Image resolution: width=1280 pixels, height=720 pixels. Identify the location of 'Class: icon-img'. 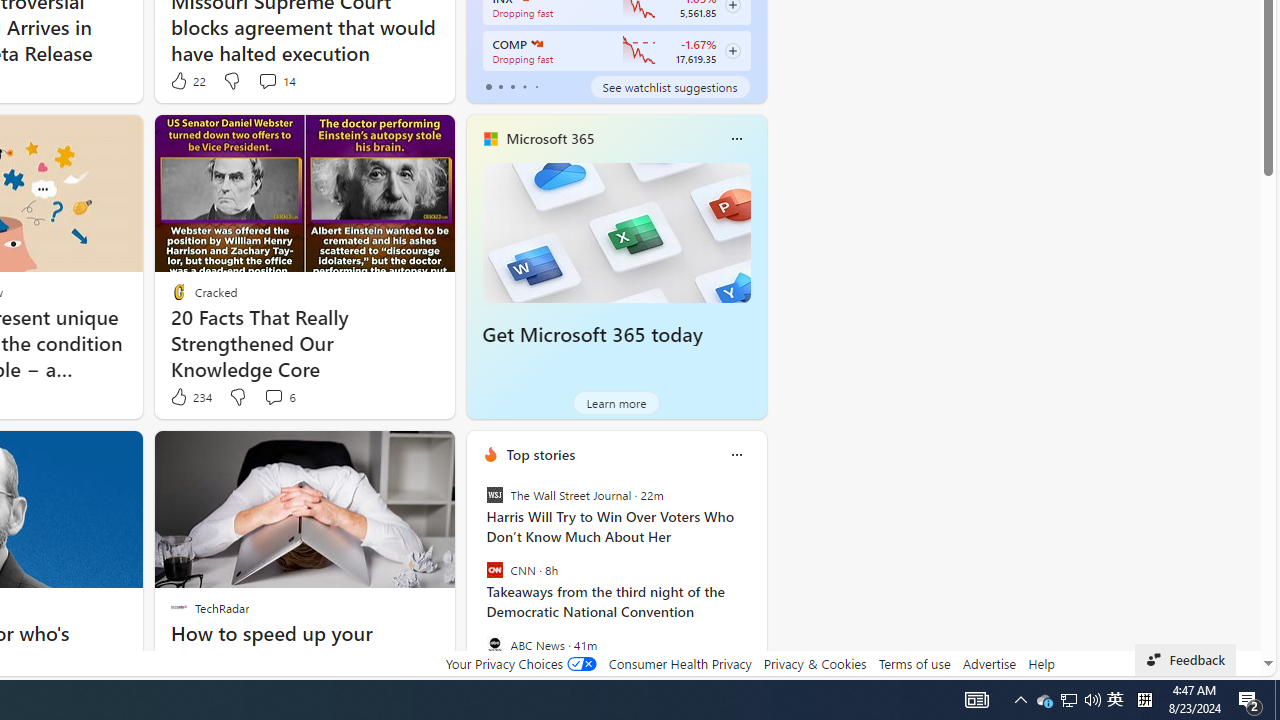
(735, 455).